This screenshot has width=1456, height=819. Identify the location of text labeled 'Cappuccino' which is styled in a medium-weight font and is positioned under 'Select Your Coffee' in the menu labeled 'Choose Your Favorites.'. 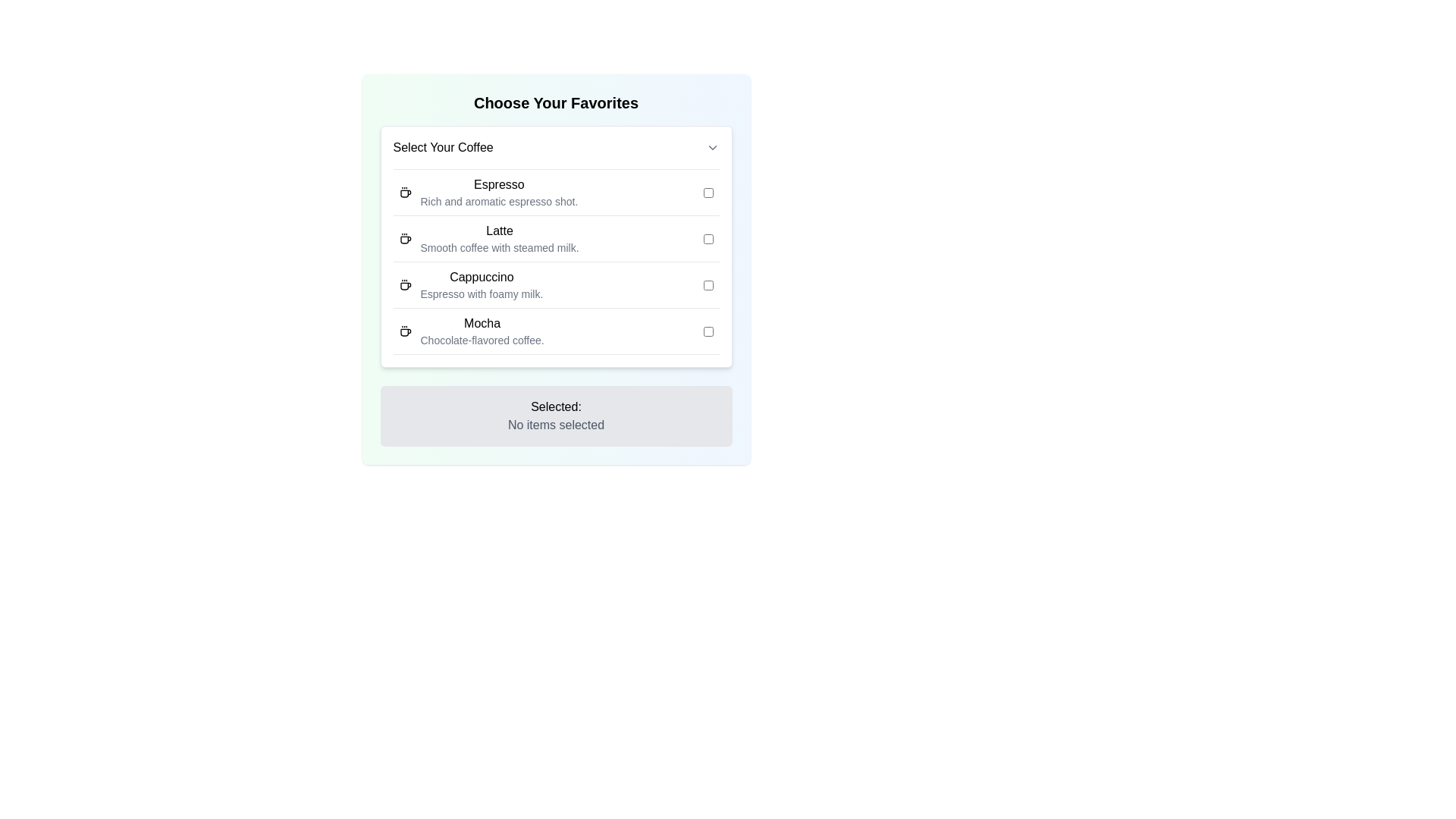
(481, 278).